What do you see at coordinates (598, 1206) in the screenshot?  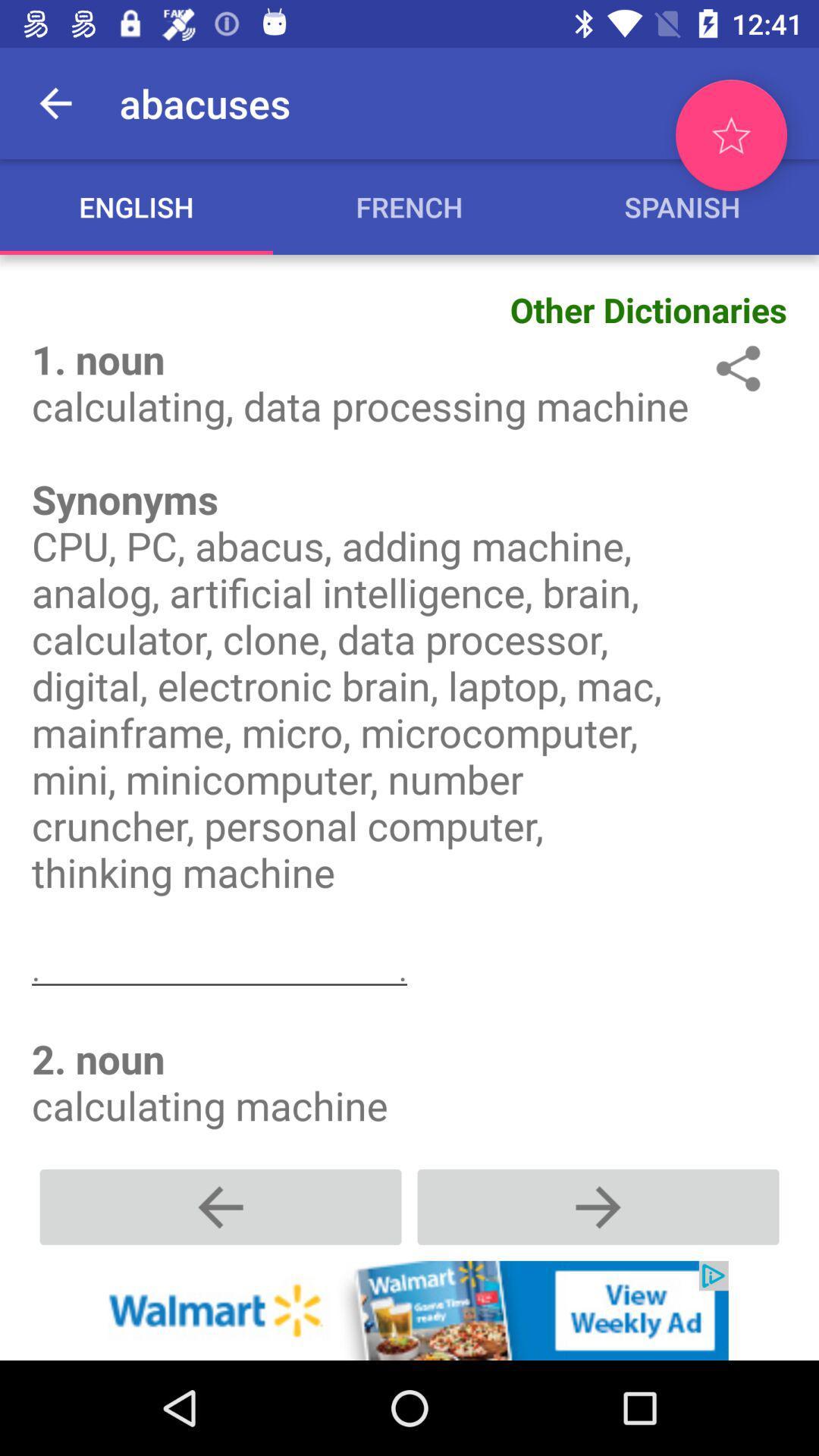 I see `click on next` at bounding box center [598, 1206].